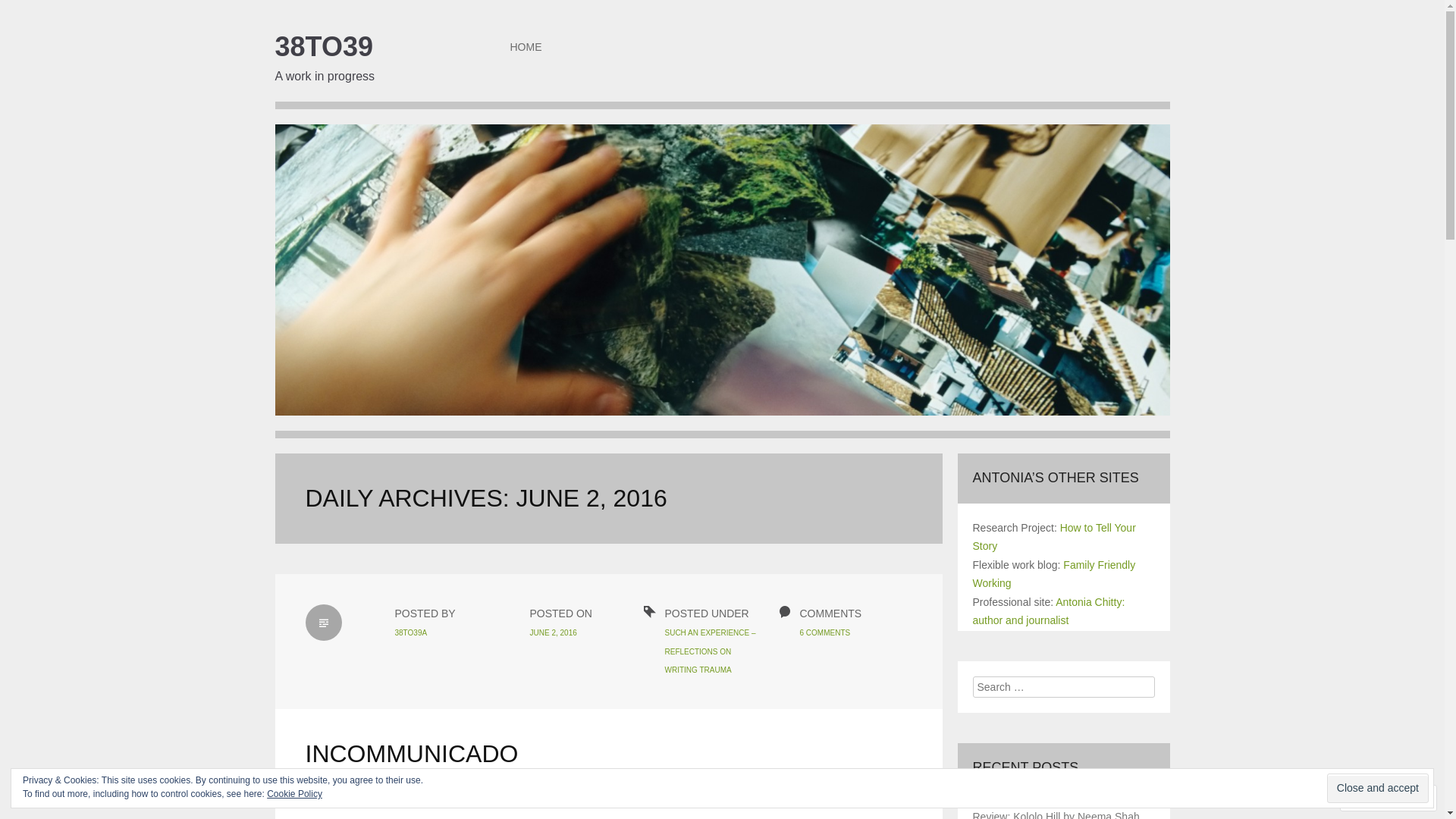 The height and width of the screenshot is (819, 1456). Describe the element at coordinates (1375, 797) in the screenshot. I see `'Follow'` at that location.